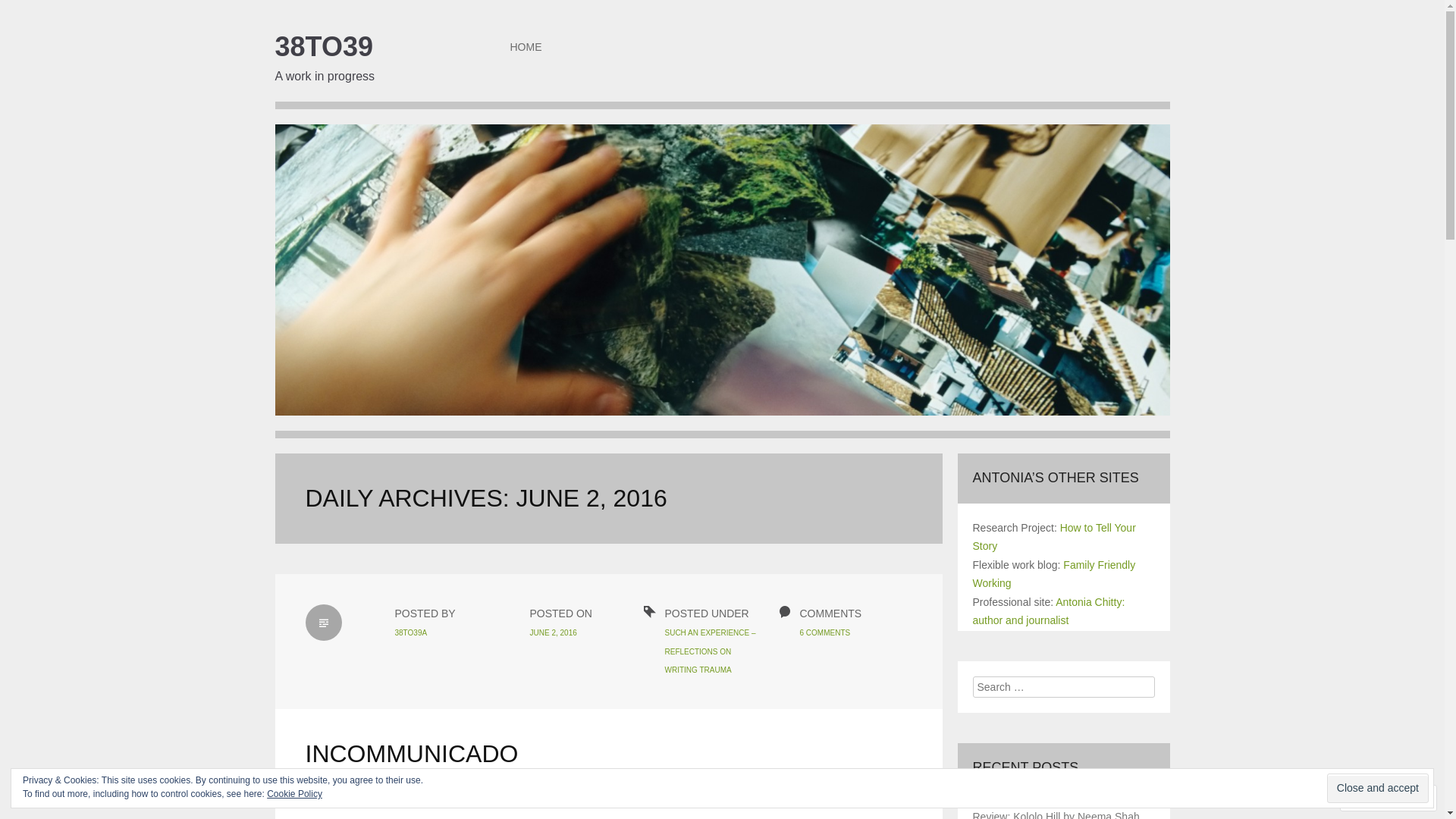 The height and width of the screenshot is (819, 1456). Describe the element at coordinates (1375, 797) in the screenshot. I see `'Follow'` at that location.